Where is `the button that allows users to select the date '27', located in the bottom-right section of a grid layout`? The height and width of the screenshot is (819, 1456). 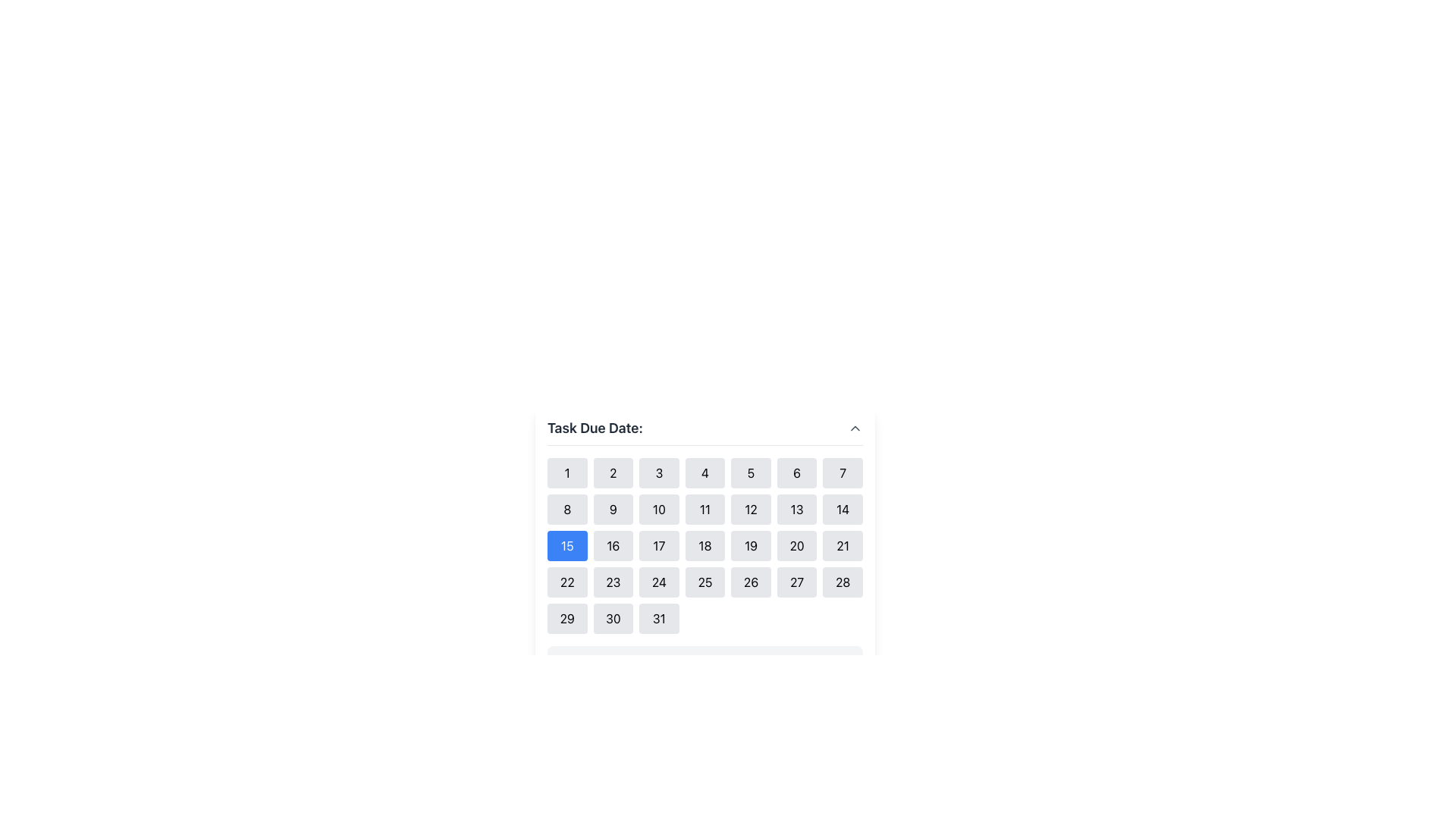 the button that allows users to select the date '27', located in the bottom-right section of a grid layout is located at coordinates (796, 581).